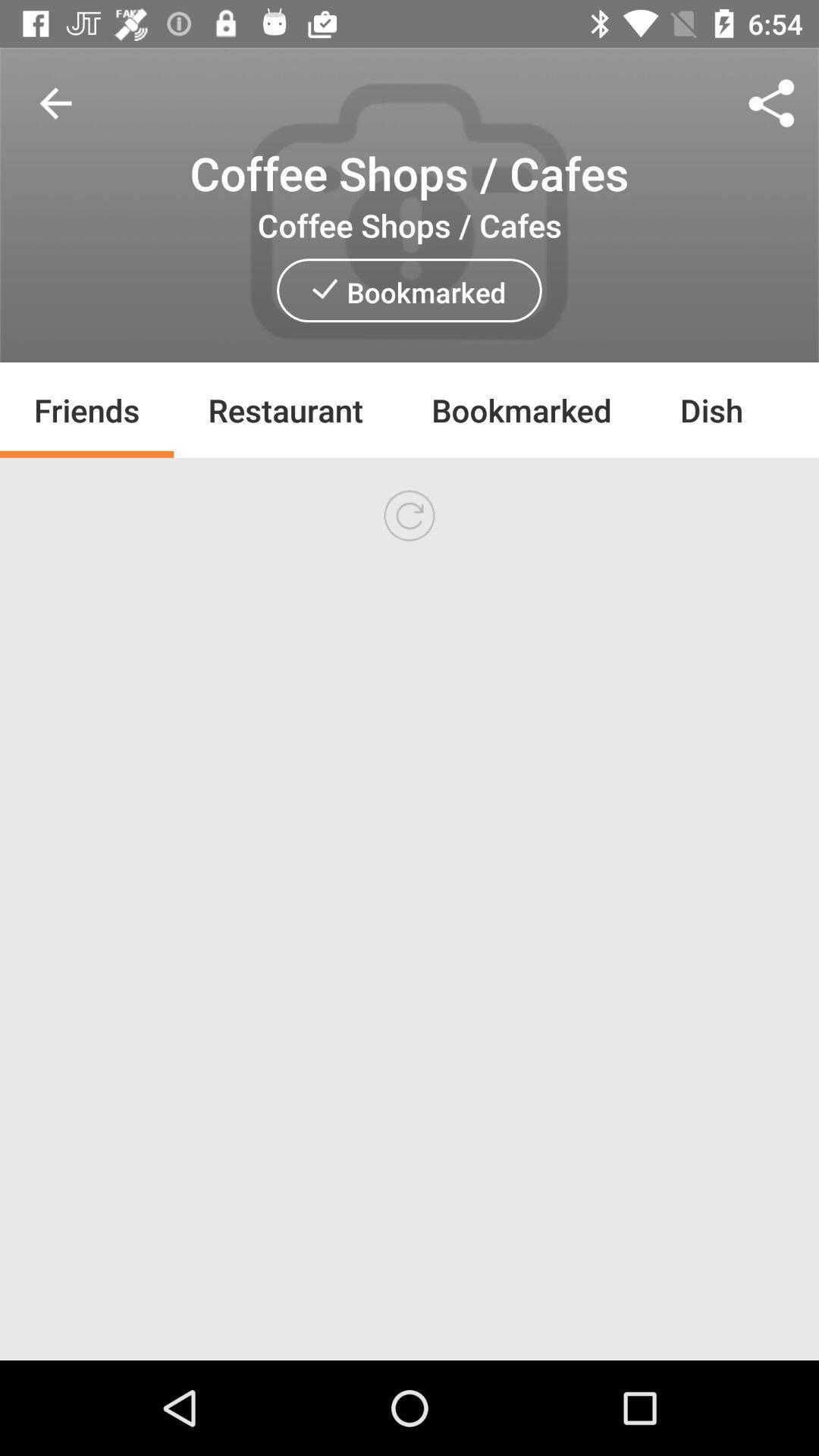 This screenshot has height=1456, width=819. What do you see at coordinates (409, 516) in the screenshot?
I see `refresh page` at bounding box center [409, 516].